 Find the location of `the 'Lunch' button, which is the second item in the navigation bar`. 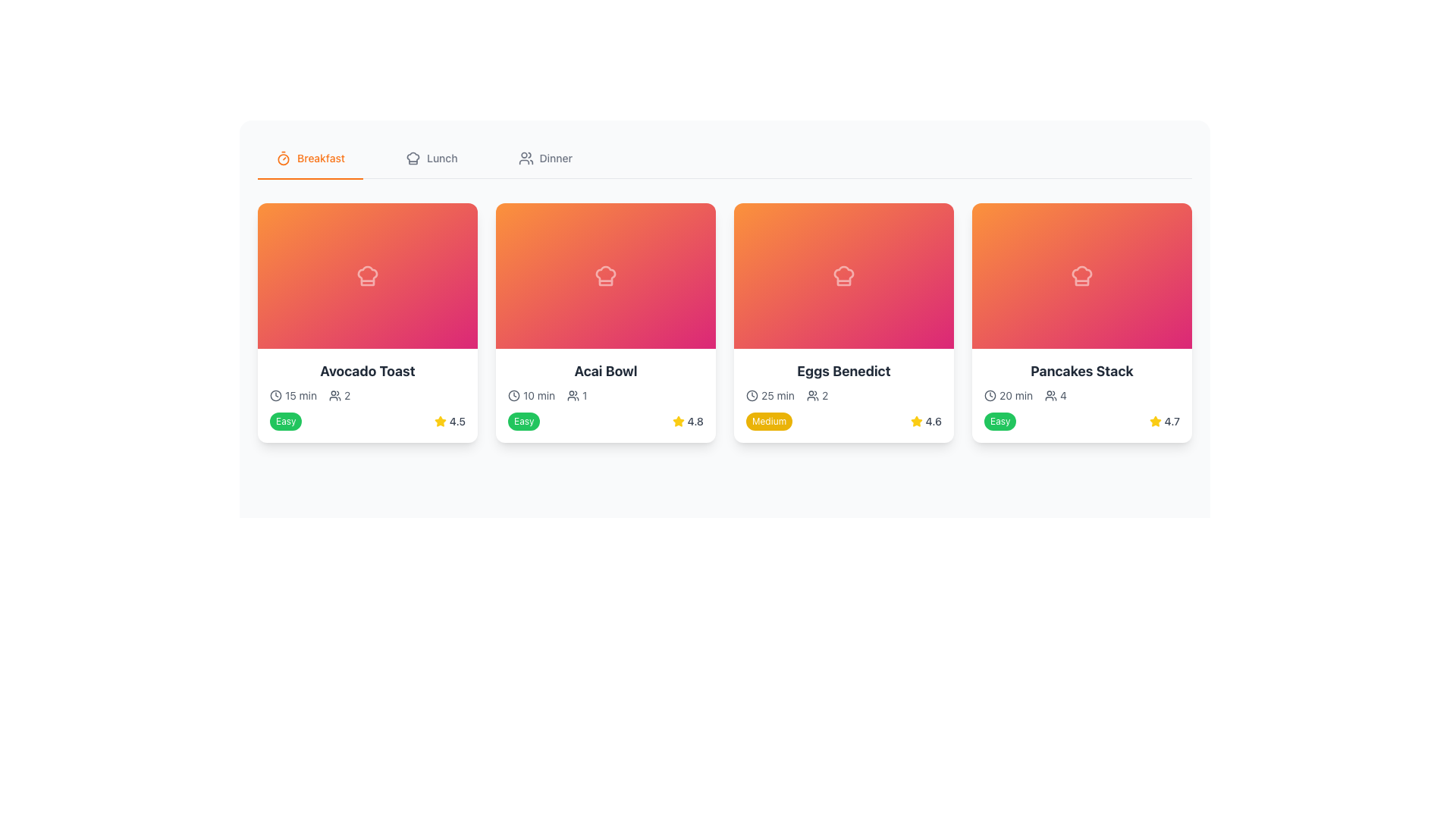

the 'Lunch' button, which is the second item in the navigation bar is located at coordinates (431, 158).